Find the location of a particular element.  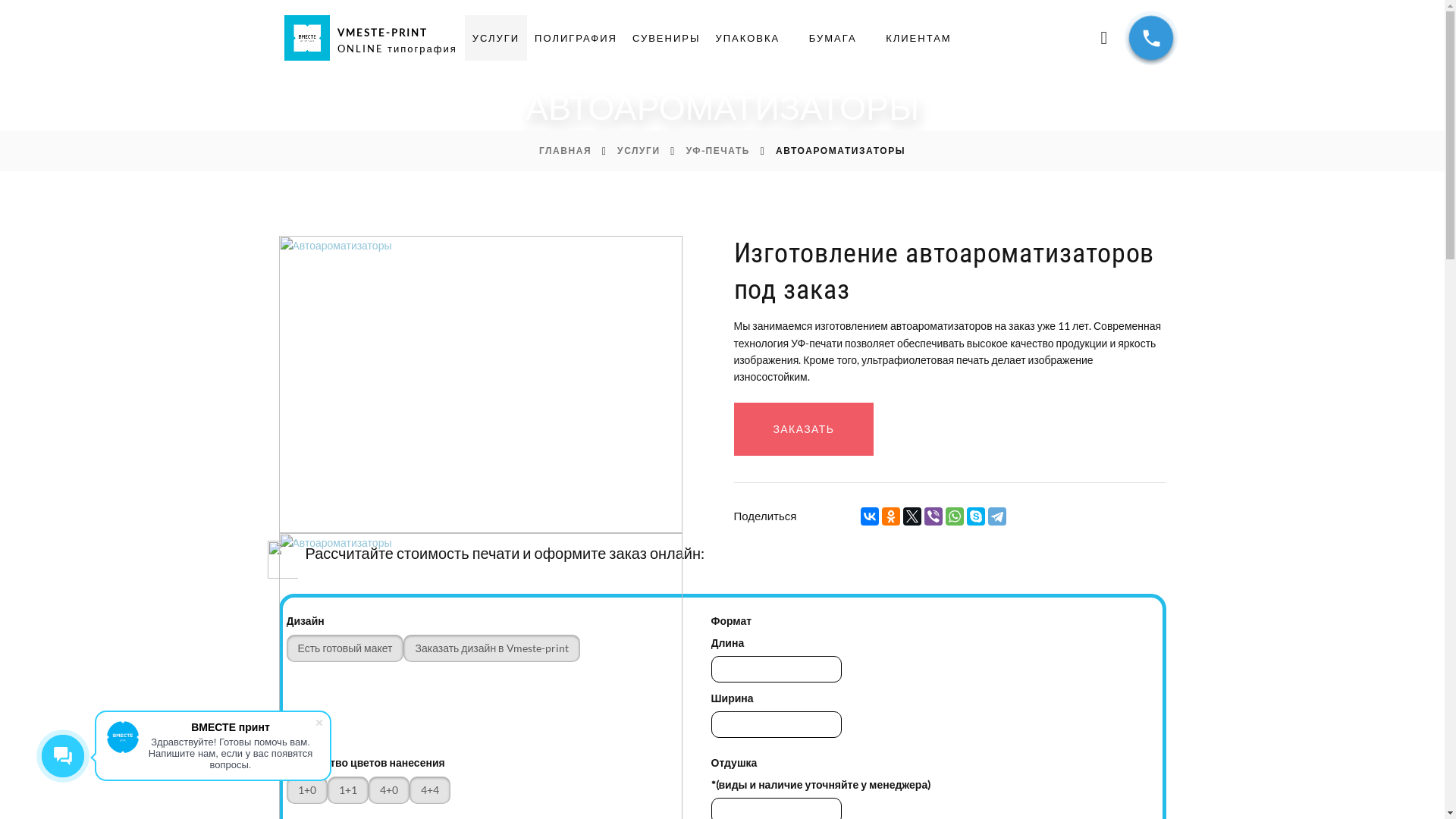

'Telegram' is located at coordinates (997, 516).